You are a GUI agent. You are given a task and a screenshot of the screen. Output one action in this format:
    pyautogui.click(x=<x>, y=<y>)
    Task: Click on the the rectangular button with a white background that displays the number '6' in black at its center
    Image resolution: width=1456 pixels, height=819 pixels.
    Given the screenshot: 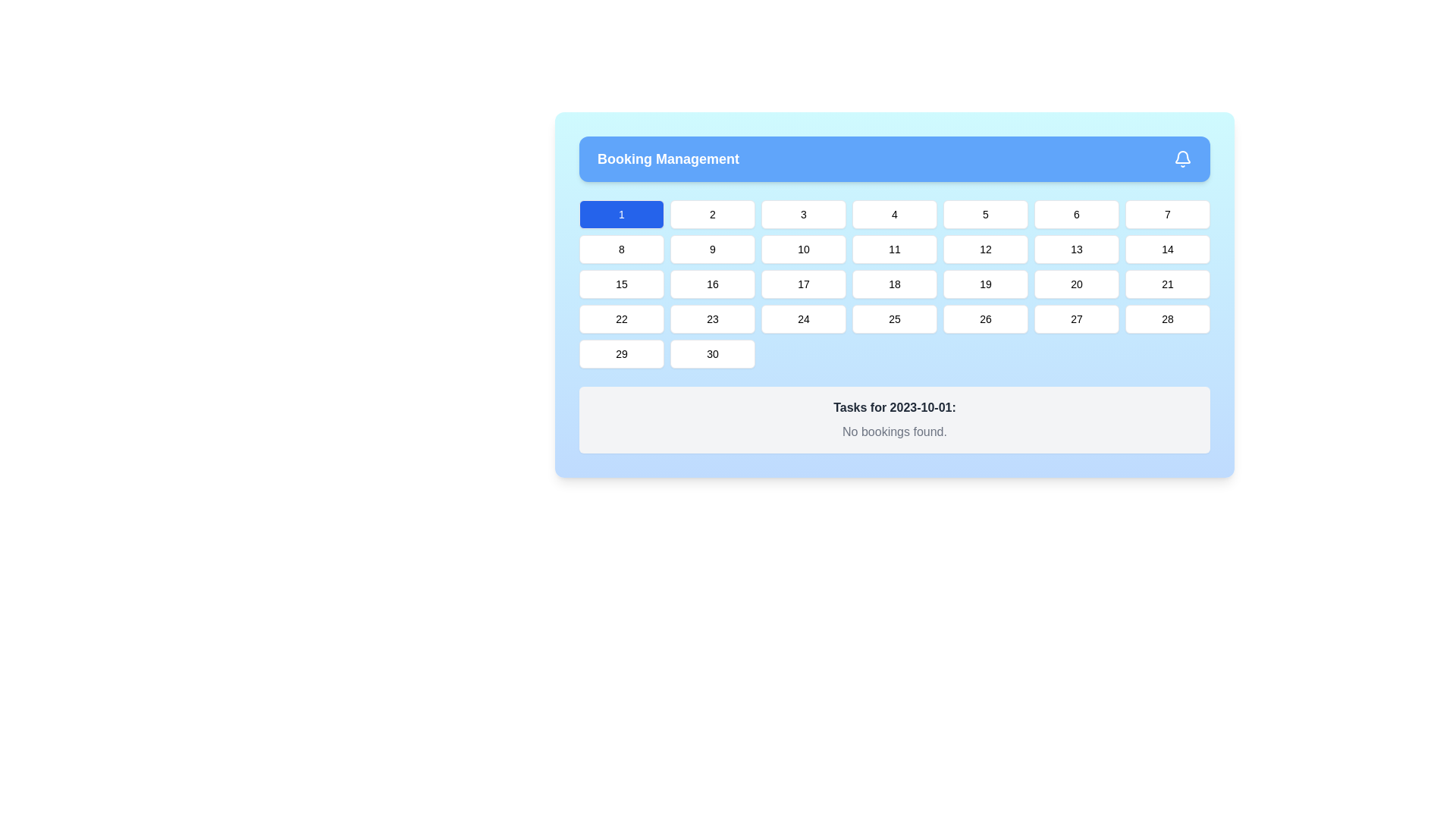 What is the action you would take?
    pyautogui.click(x=1076, y=214)
    